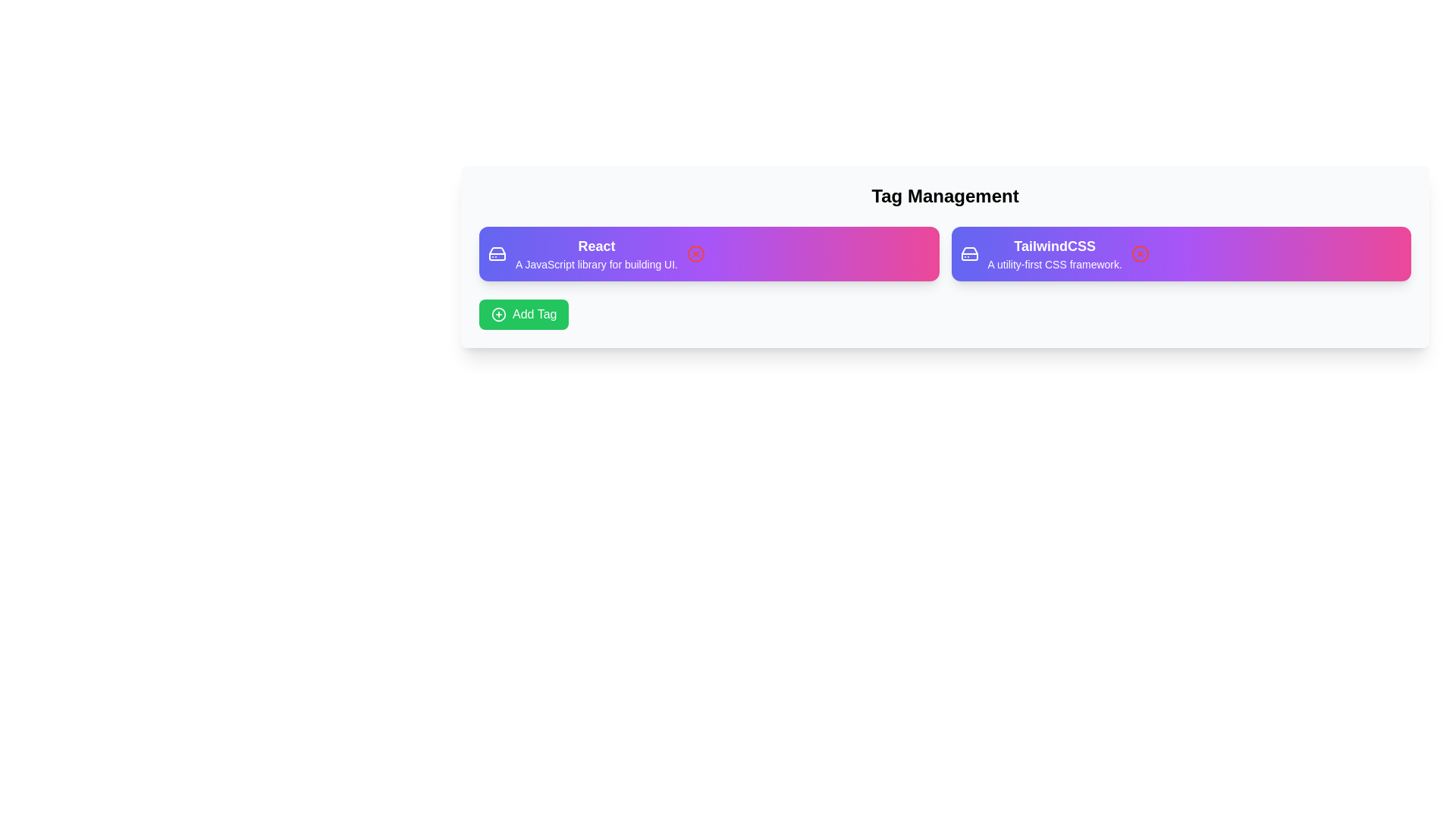  Describe the element at coordinates (695, 253) in the screenshot. I see `the cancellation icon (circle enclosing an 'X') located in the 'React' card under the 'Tag Management' section` at that location.